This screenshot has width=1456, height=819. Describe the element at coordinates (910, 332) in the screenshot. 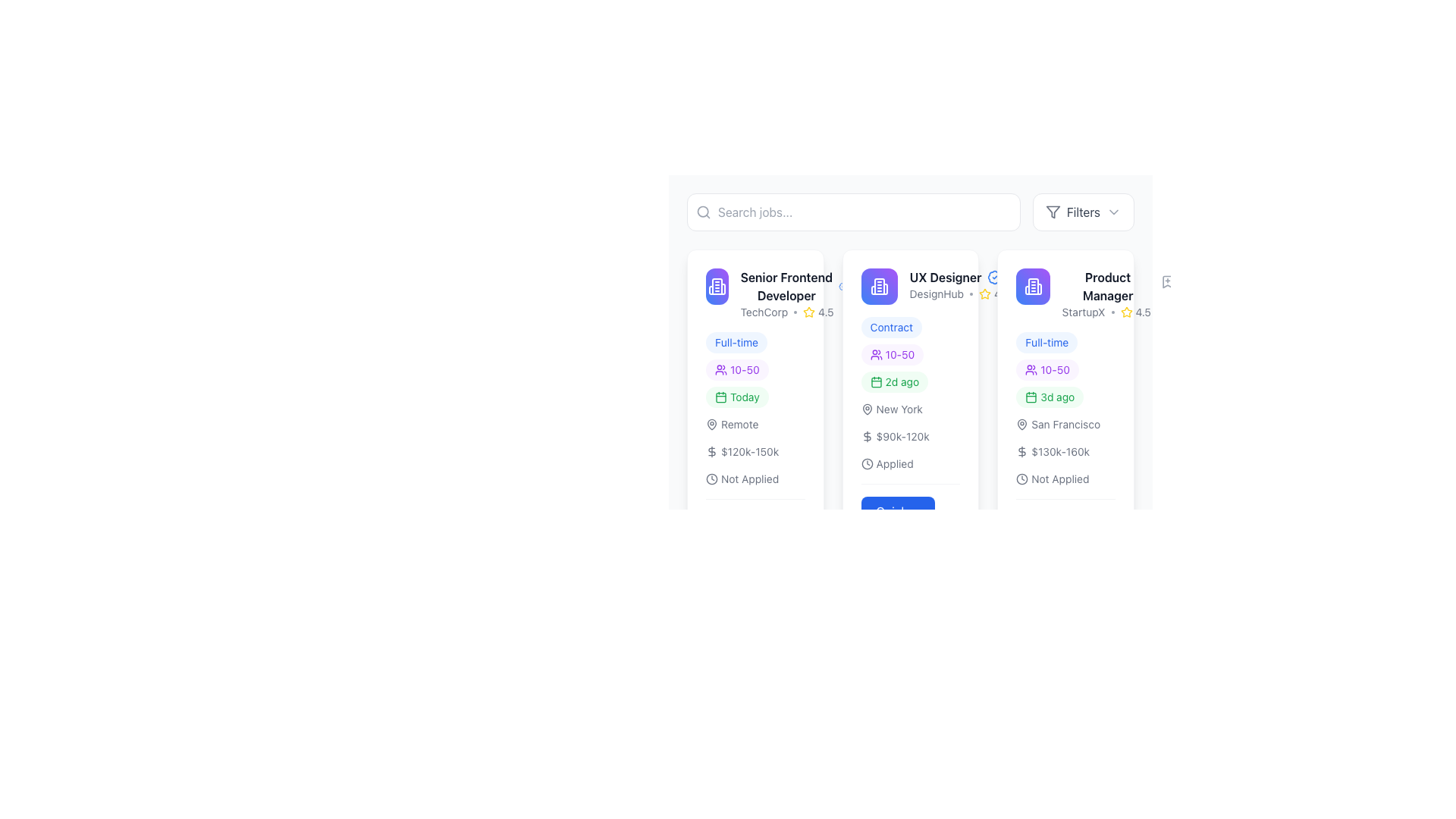

I see `the second card UI component` at that location.